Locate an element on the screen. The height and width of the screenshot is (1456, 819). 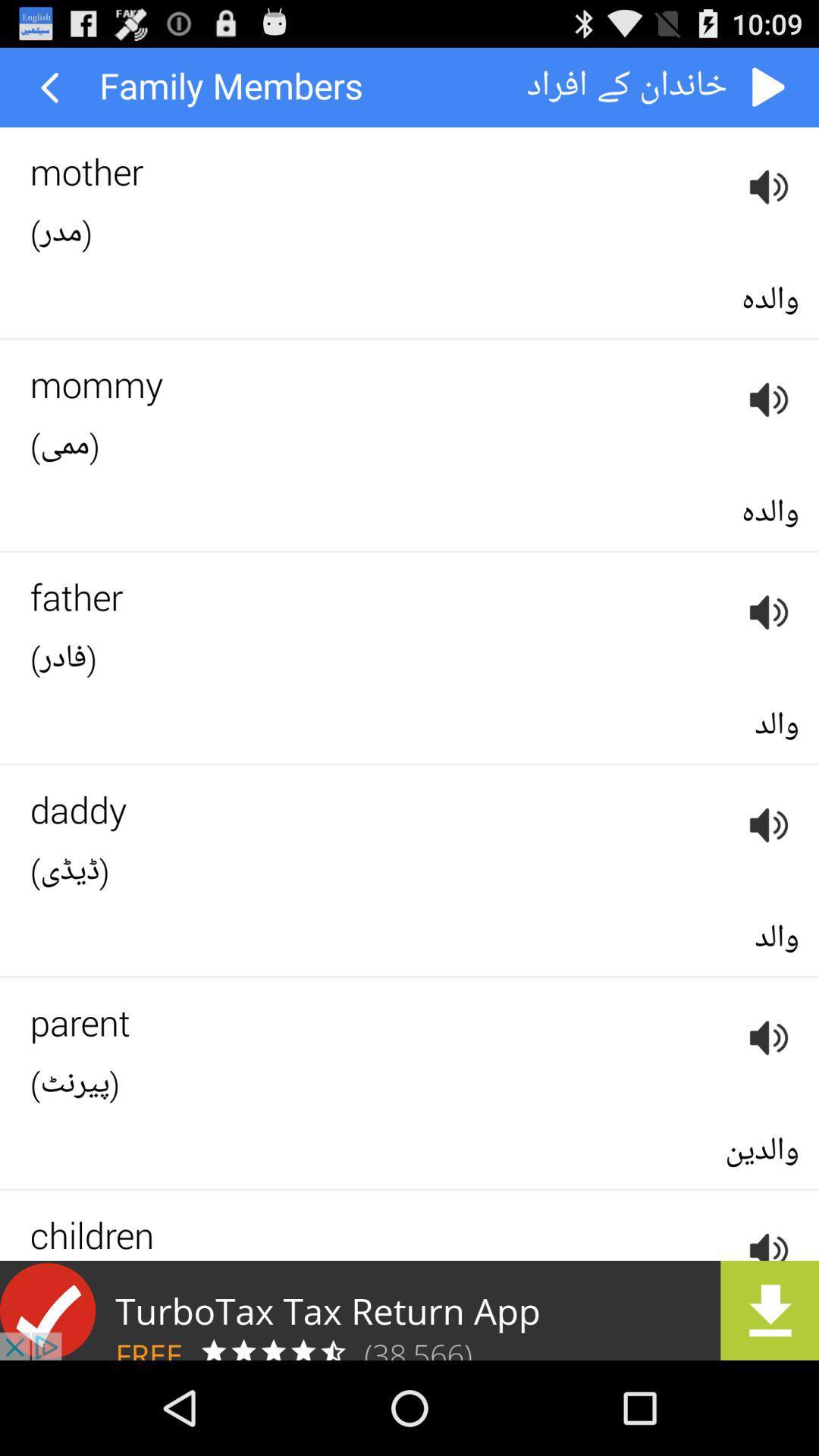
the play icon is located at coordinates (769, 93).